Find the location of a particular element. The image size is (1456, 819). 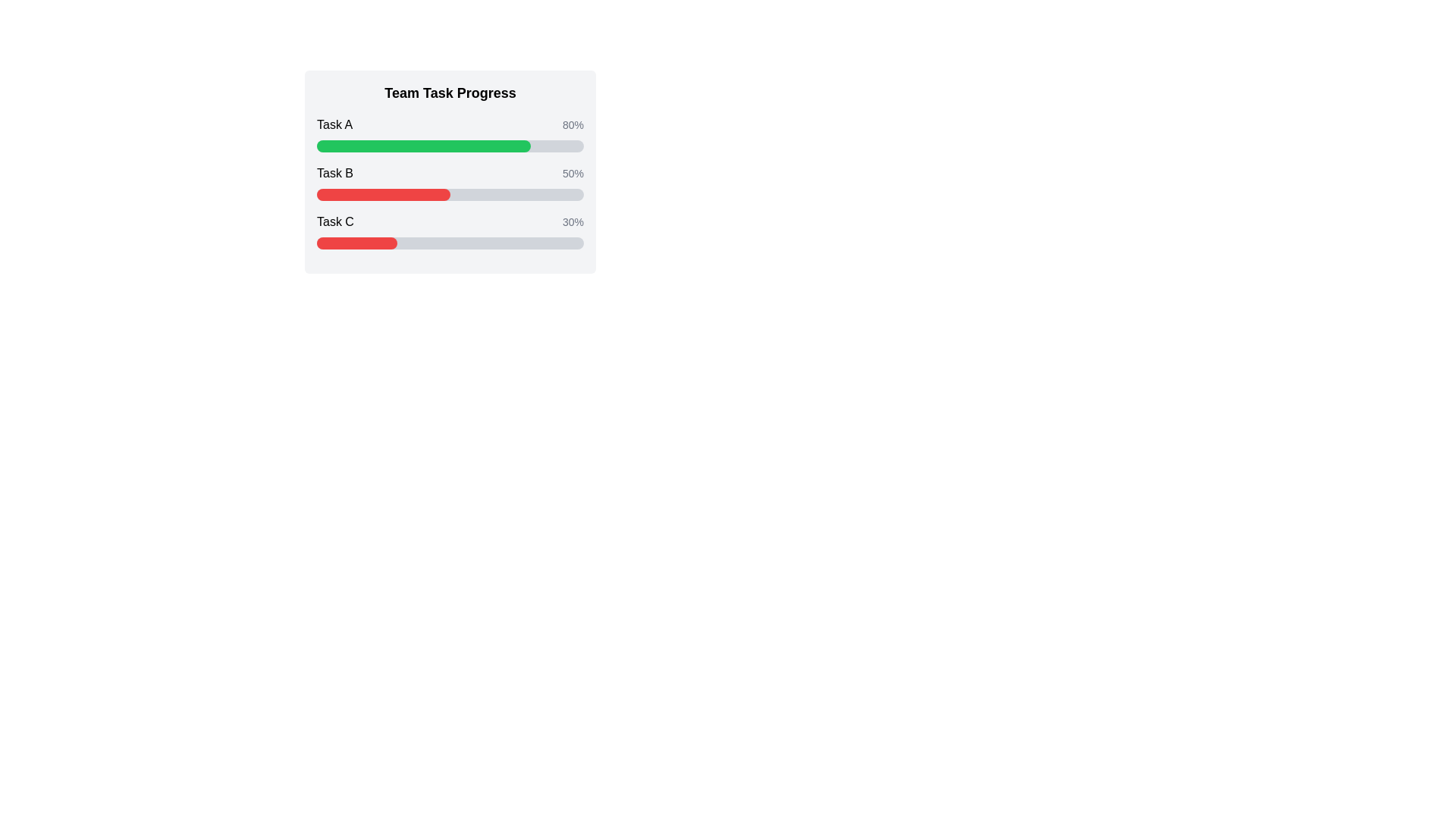

the text label that reads 'Team Task Progress', which is prominently styled in bold, large black font against a light gray background is located at coordinates (450, 93).